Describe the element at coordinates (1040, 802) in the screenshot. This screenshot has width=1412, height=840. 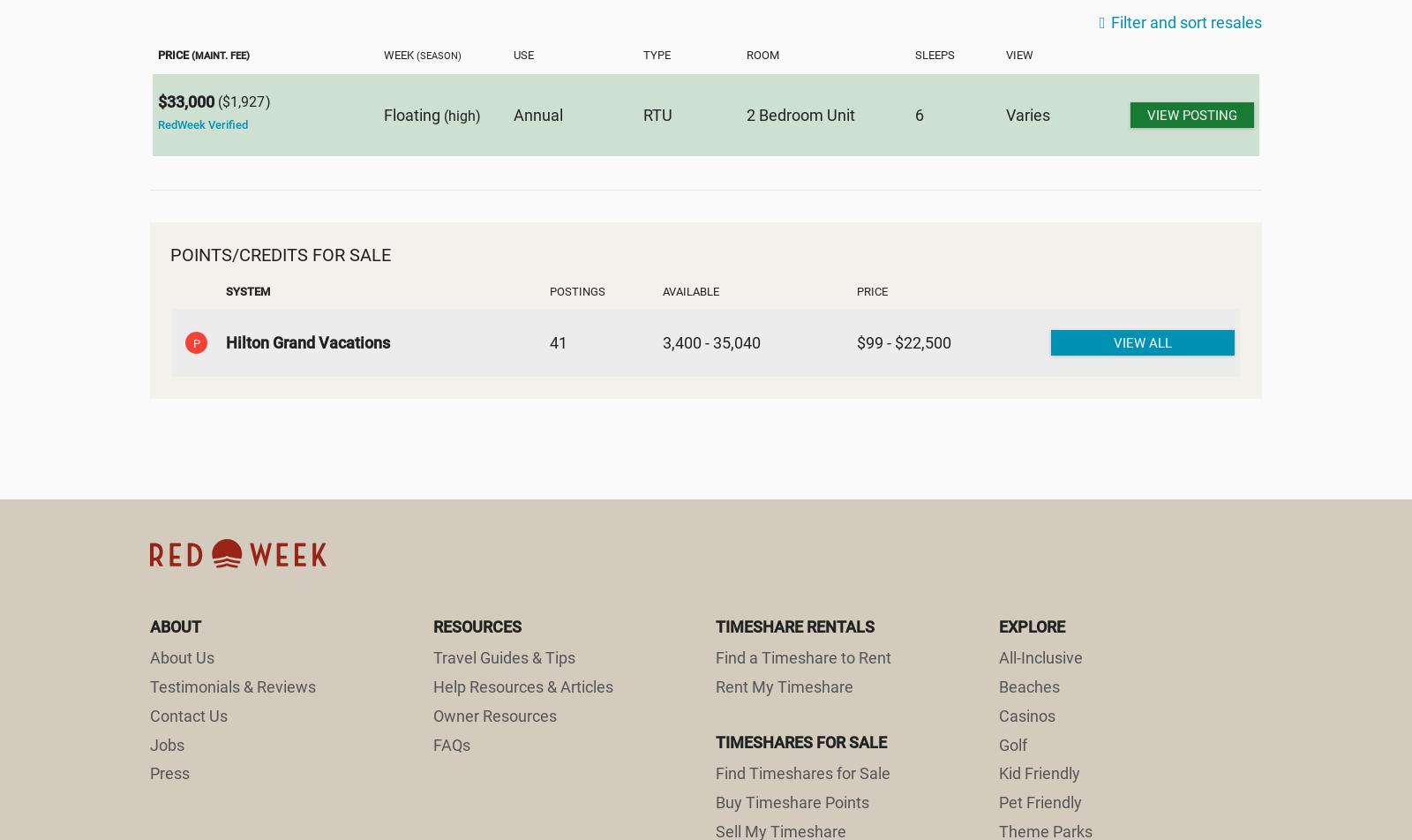
I see `'Pet Friendly'` at that location.